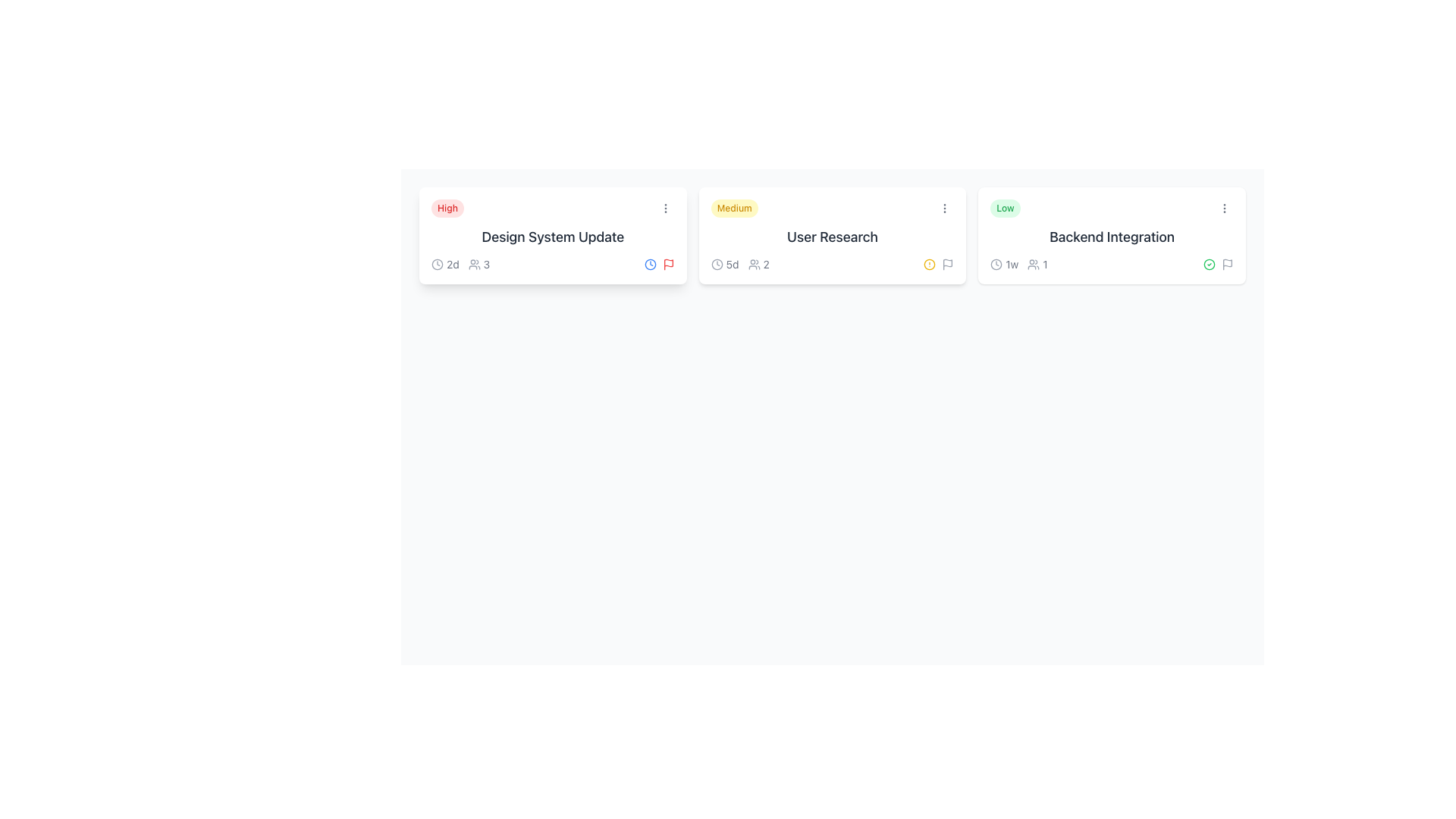 The image size is (1456, 819). What do you see at coordinates (947, 263) in the screenshot?
I see `the small light gray flag icon located in the bottom-right corner of the 'User Research' card, positioned immediately to the right of the yellow warning circle` at bounding box center [947, 263].